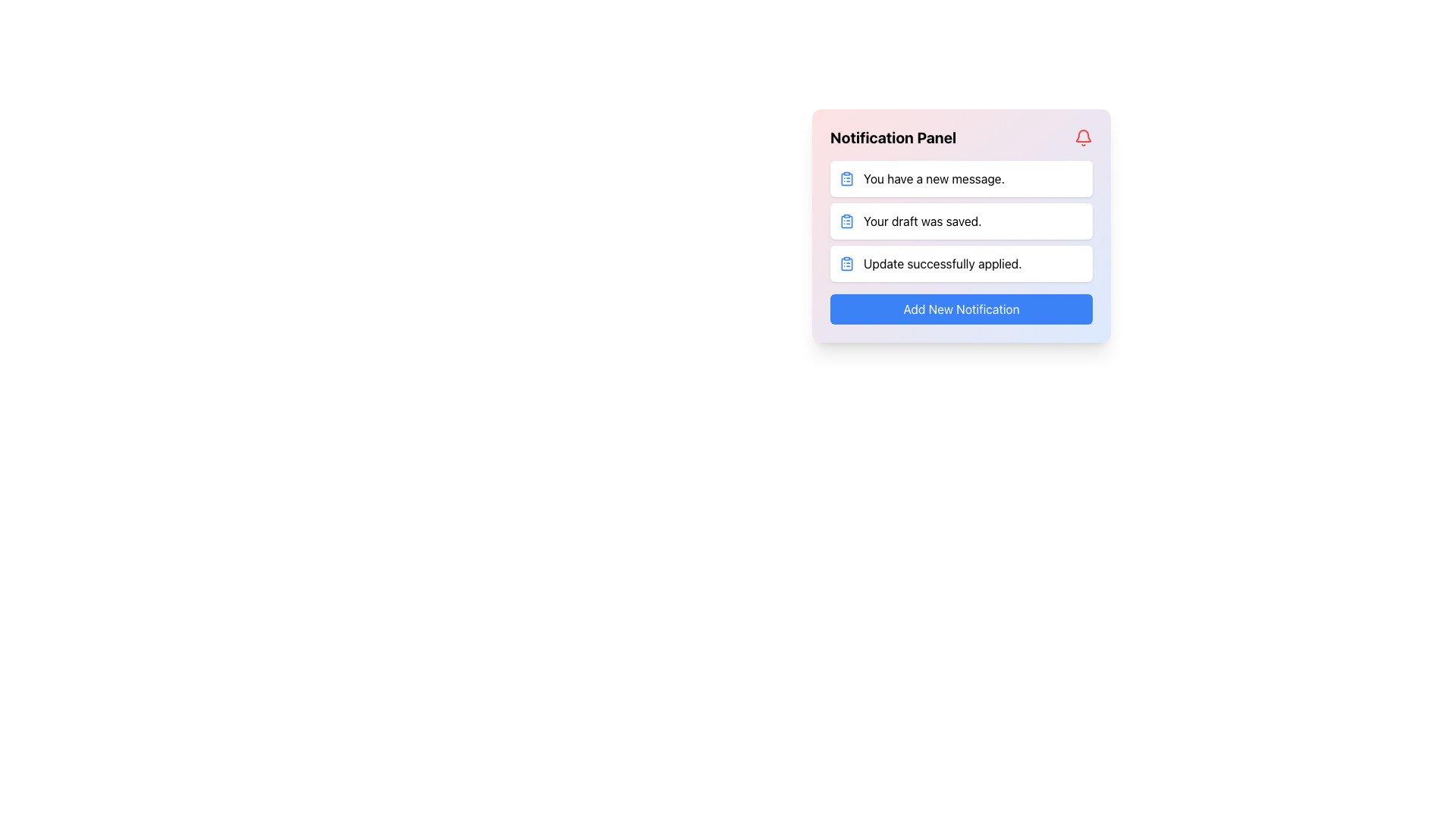  What do you see at coordinates (960, 225) in the screenshot?
I see `text displayed in the 'Notification Panel' which features a gradient background from red to blue and contains notifications in white rounded rectangles` at bounding box center [960, 225].